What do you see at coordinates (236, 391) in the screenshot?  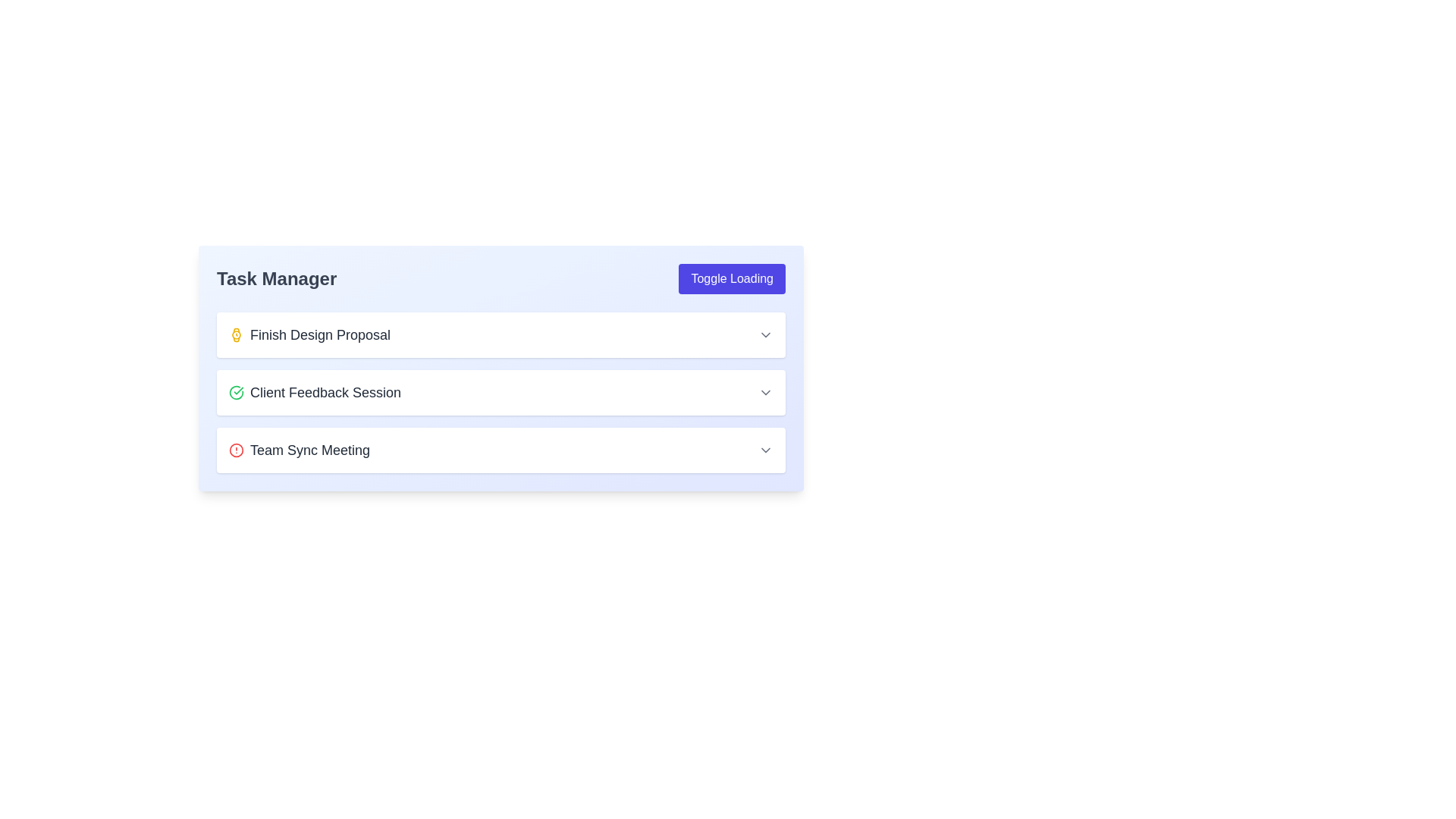 I see `the success icon located to the left of the 'Client Feedback Session' text in the 'Task Manager' section to indicate task completion` at bounding box center [236, 391].